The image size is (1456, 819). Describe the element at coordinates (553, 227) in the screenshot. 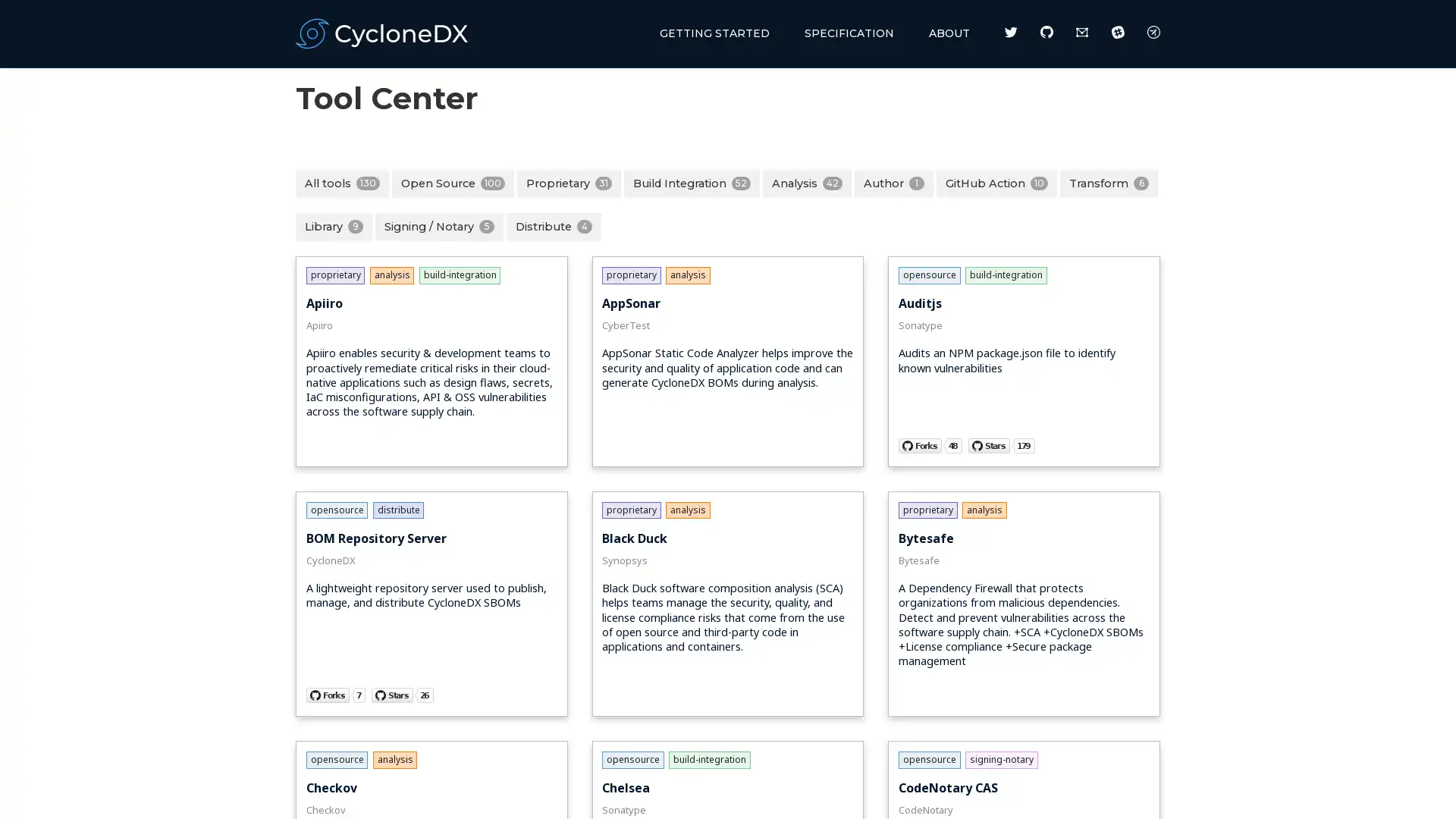

I see `Distribute 4` at that location.